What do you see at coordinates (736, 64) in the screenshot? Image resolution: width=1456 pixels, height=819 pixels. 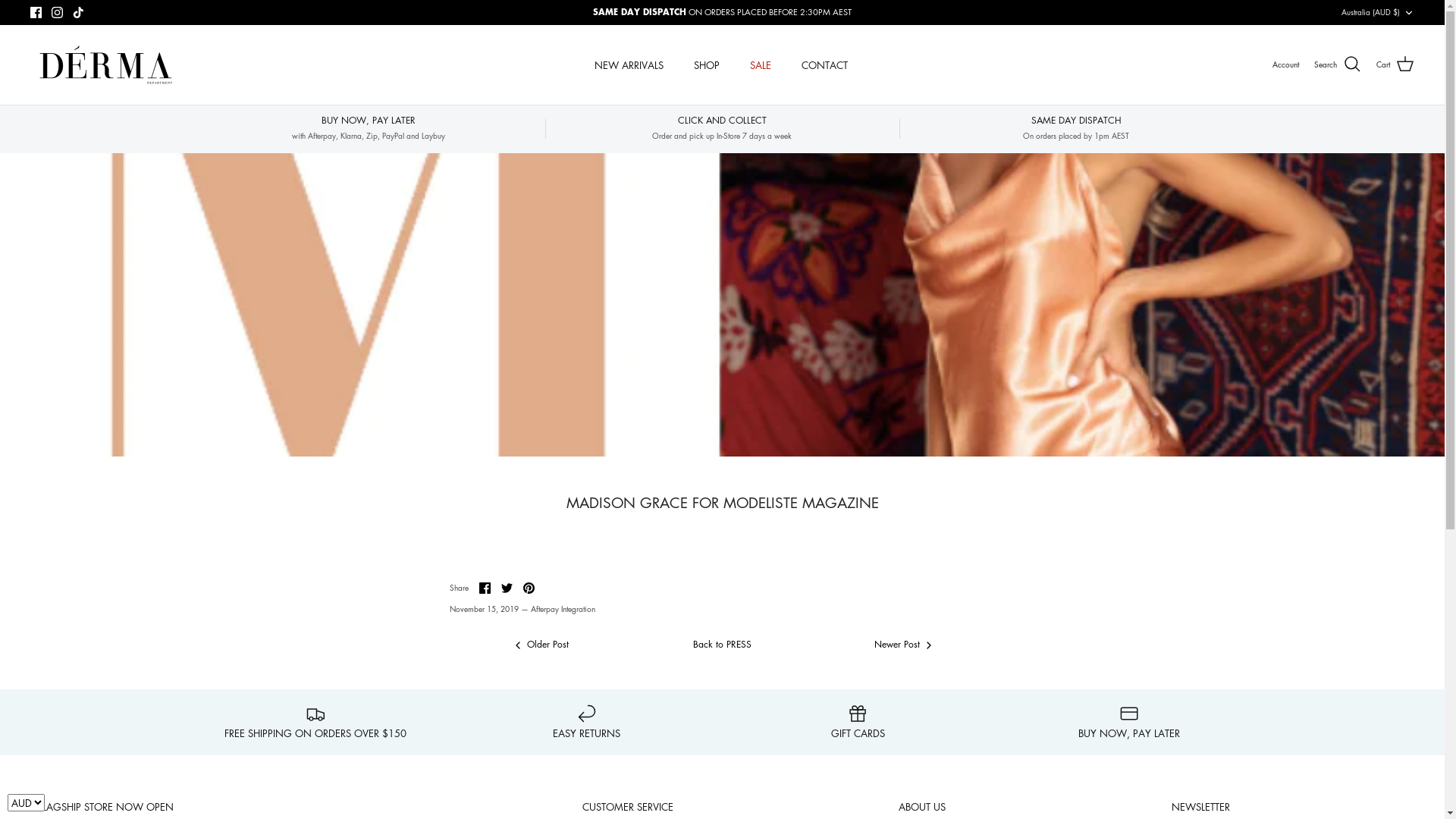 I see `'SALE'` at bounding box center [736, 64].